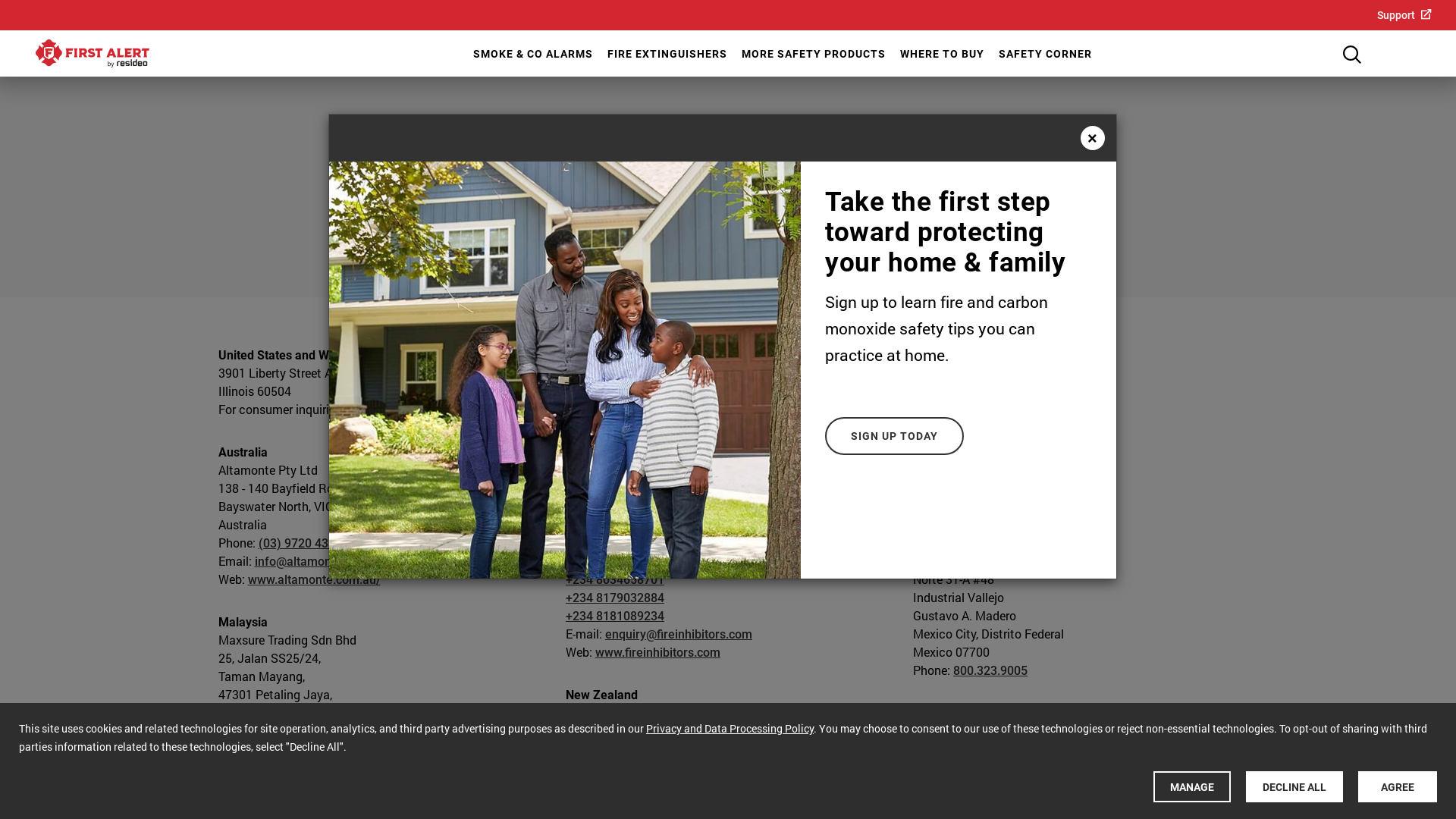  I want to click on '(03) 9720 4333', so click(299, 541).